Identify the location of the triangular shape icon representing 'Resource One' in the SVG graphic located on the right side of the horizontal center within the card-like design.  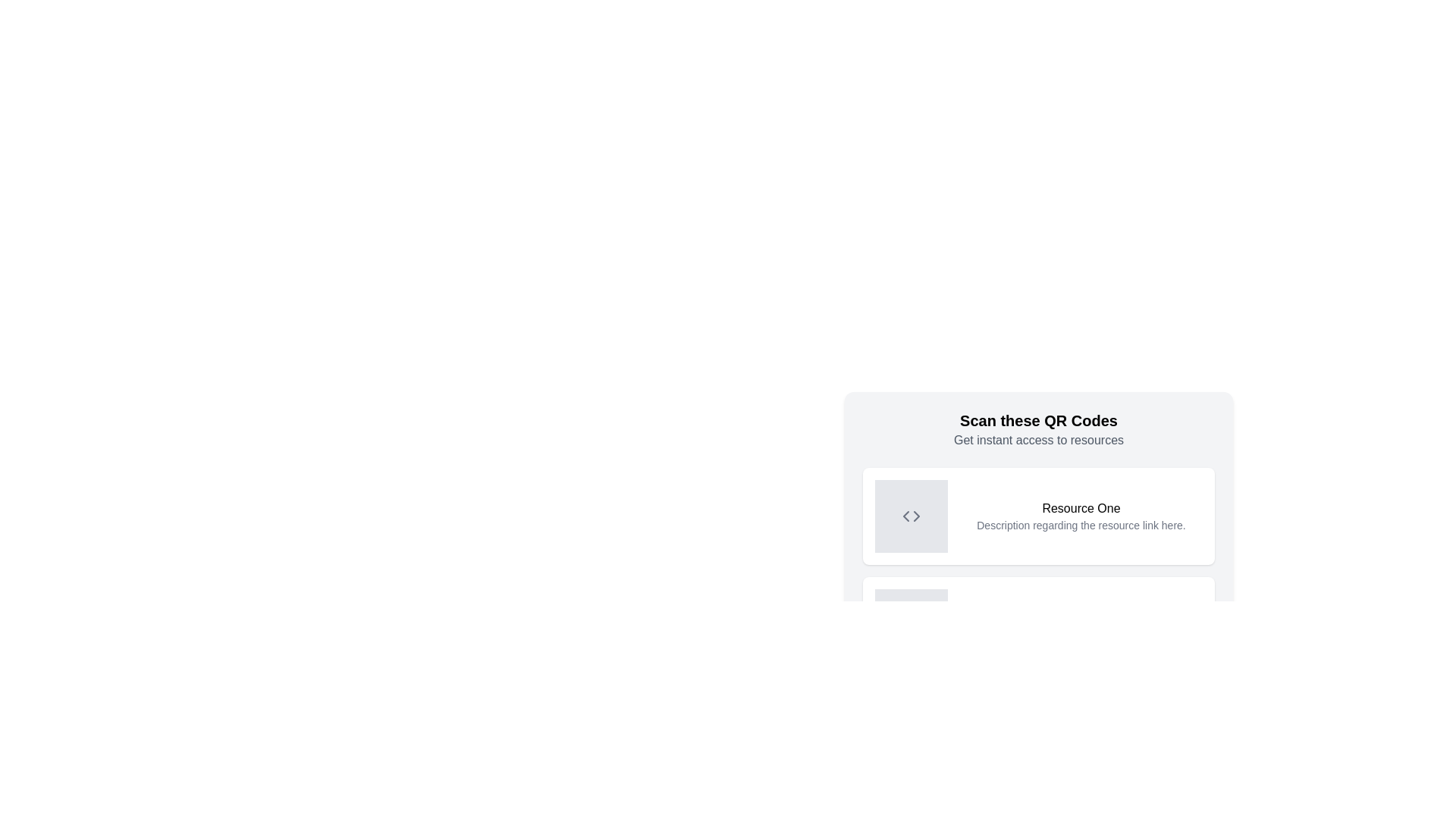
(916, 516).